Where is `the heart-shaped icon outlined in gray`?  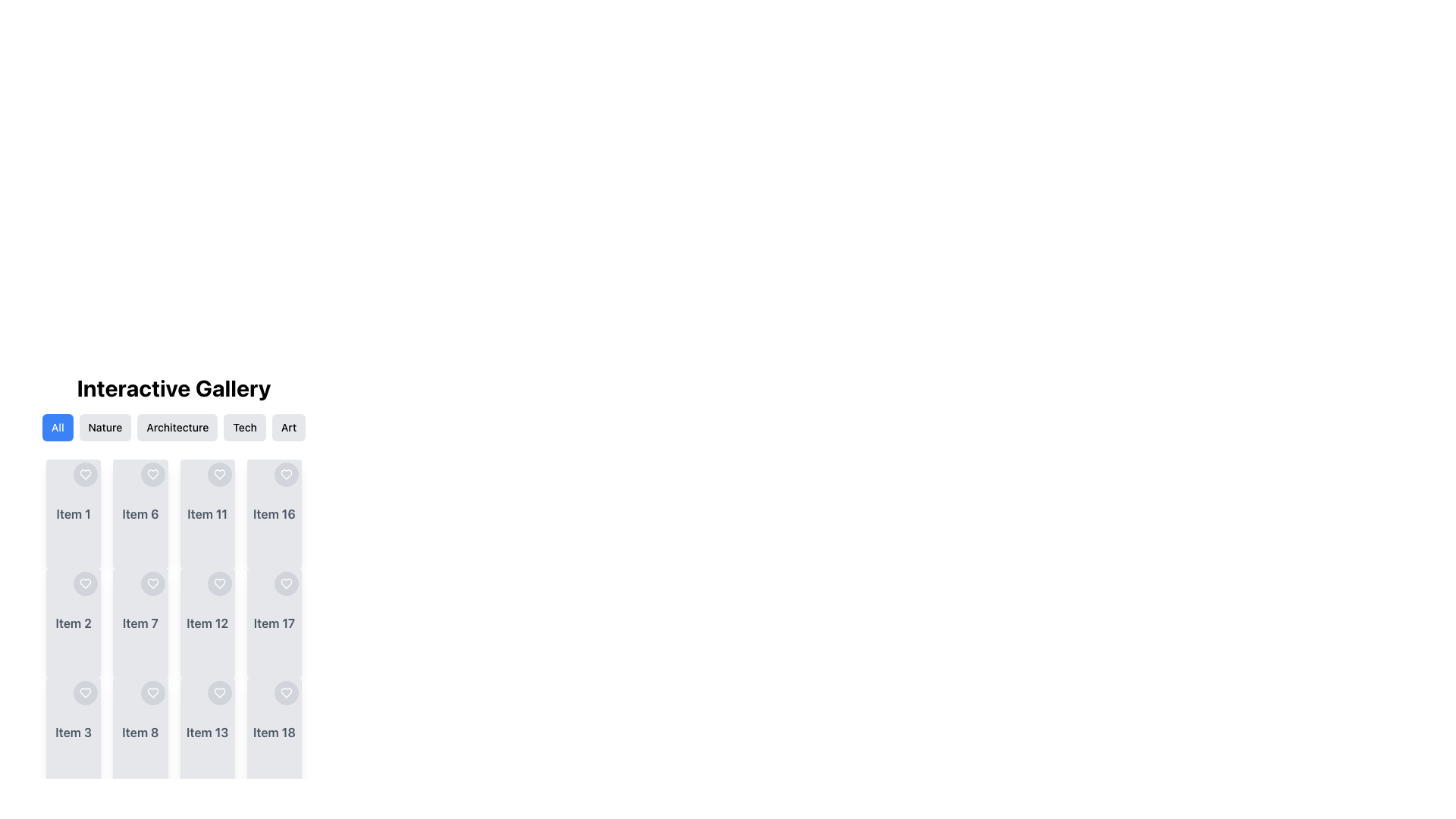 the heart-shaped icon outlined in gray is located at coordinates (152, 693).